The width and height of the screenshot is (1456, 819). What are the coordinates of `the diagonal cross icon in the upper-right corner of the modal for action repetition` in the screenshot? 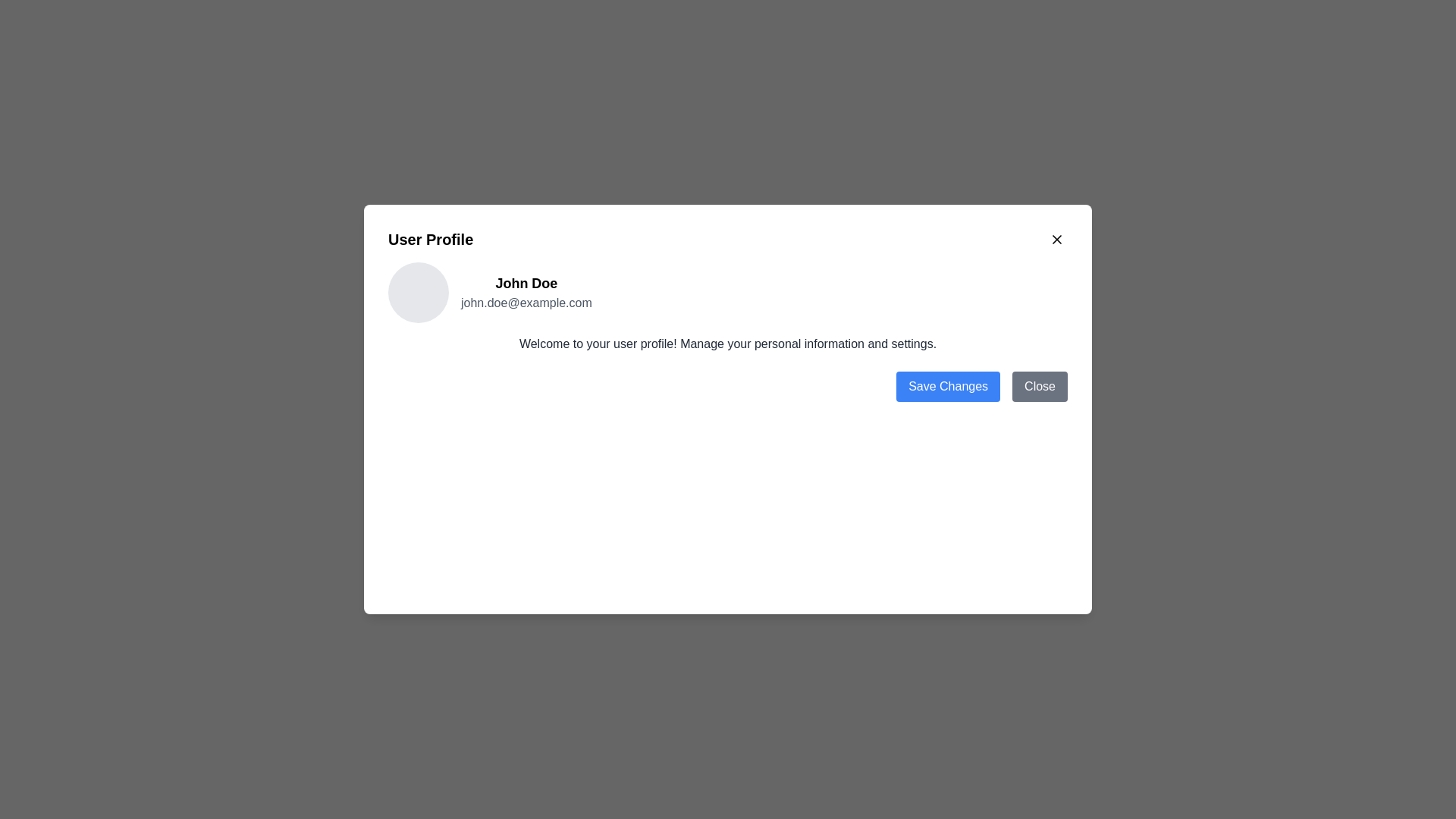 It's located at (1056, 239).